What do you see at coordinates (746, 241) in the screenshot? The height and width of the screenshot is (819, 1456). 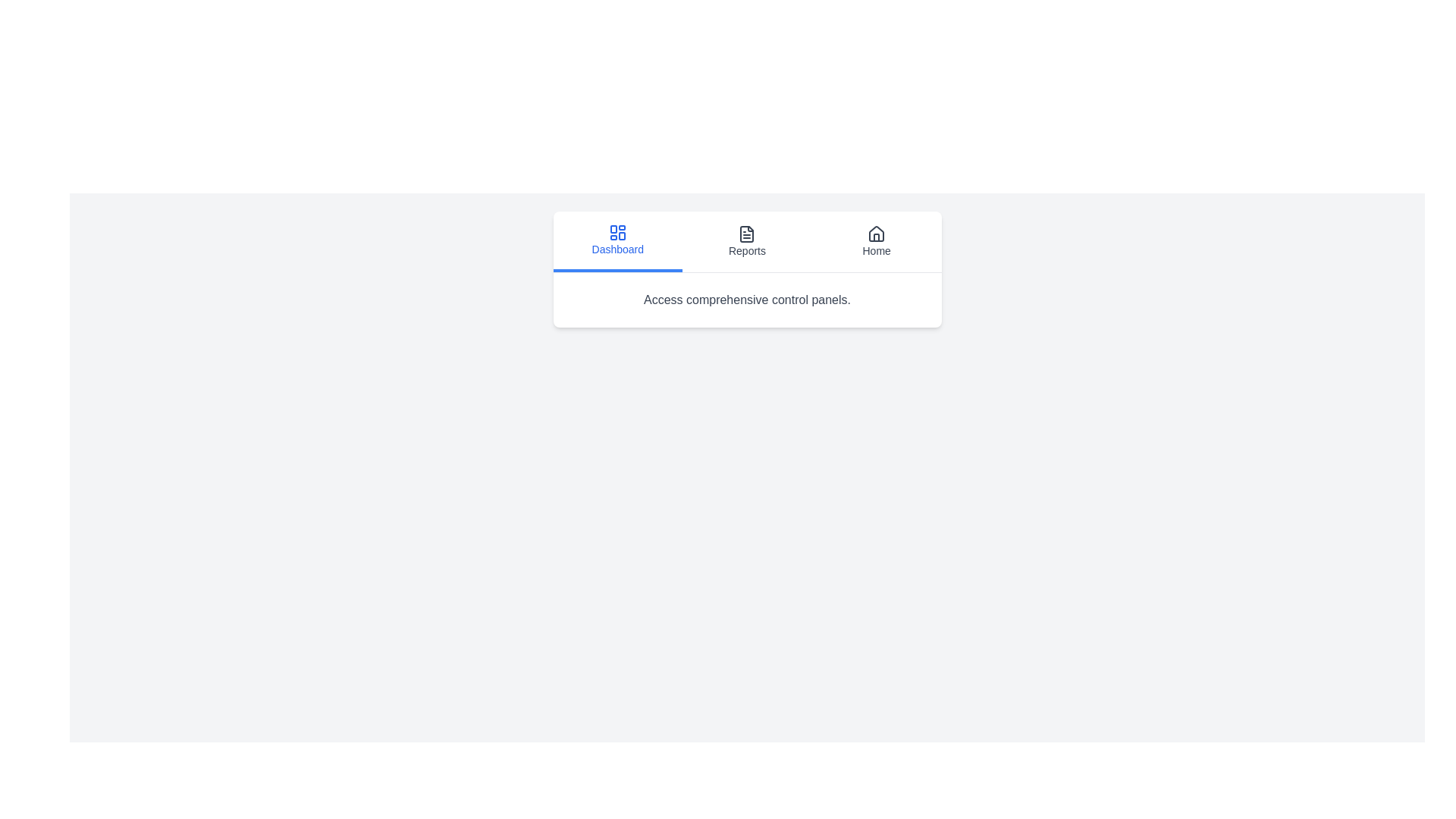 I see `the Reports tab to inspect its layout` at bounding box center [746, 241].